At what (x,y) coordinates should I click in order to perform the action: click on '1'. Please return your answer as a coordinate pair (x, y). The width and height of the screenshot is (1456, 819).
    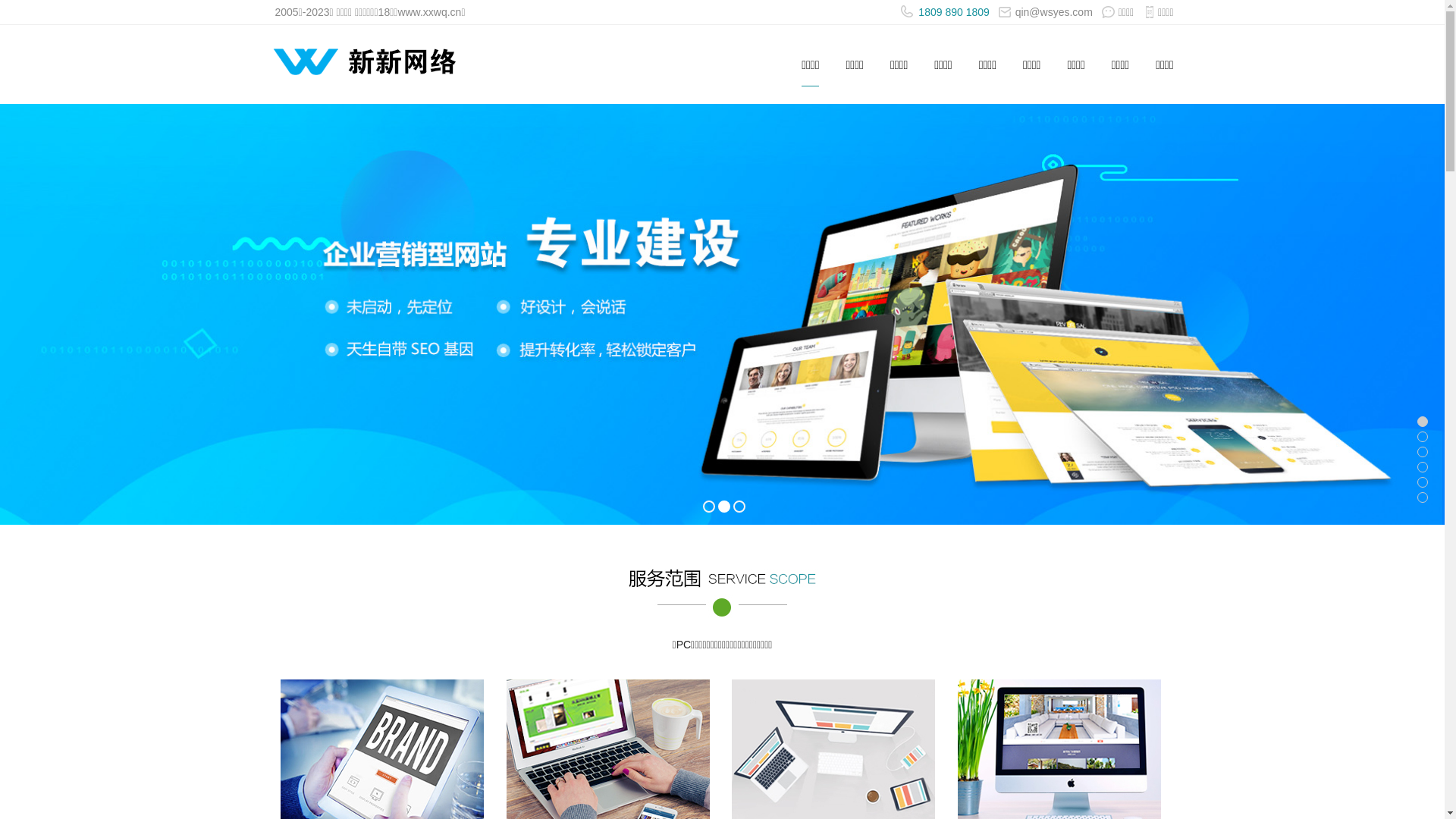
    Looking at the image, I should click on (708, 506).